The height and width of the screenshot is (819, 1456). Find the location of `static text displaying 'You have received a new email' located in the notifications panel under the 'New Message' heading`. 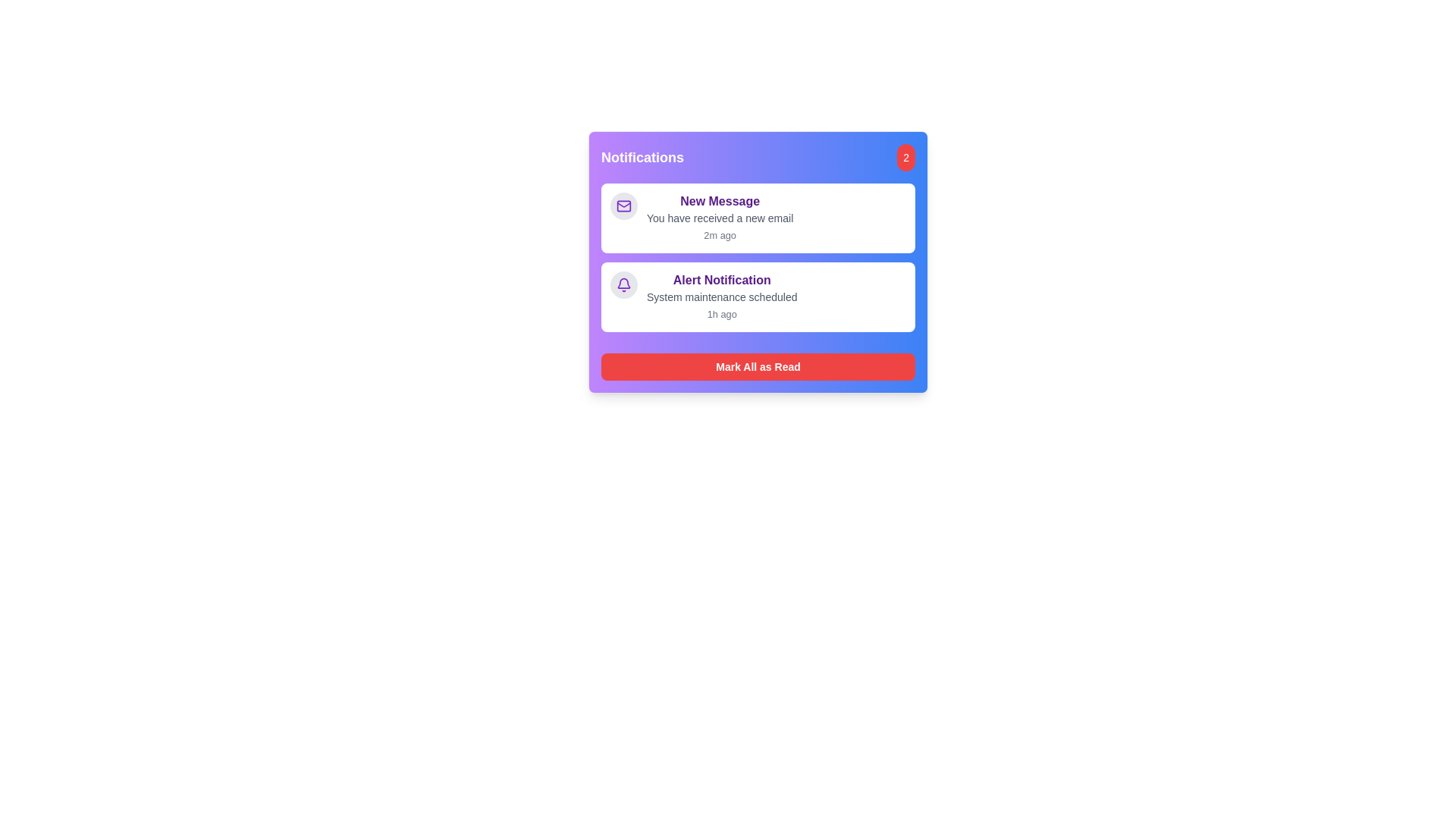

static text displaying 'You have received a new email' located in the notifications panel under the 'New Message' heading is located at coordinates (719, 218).